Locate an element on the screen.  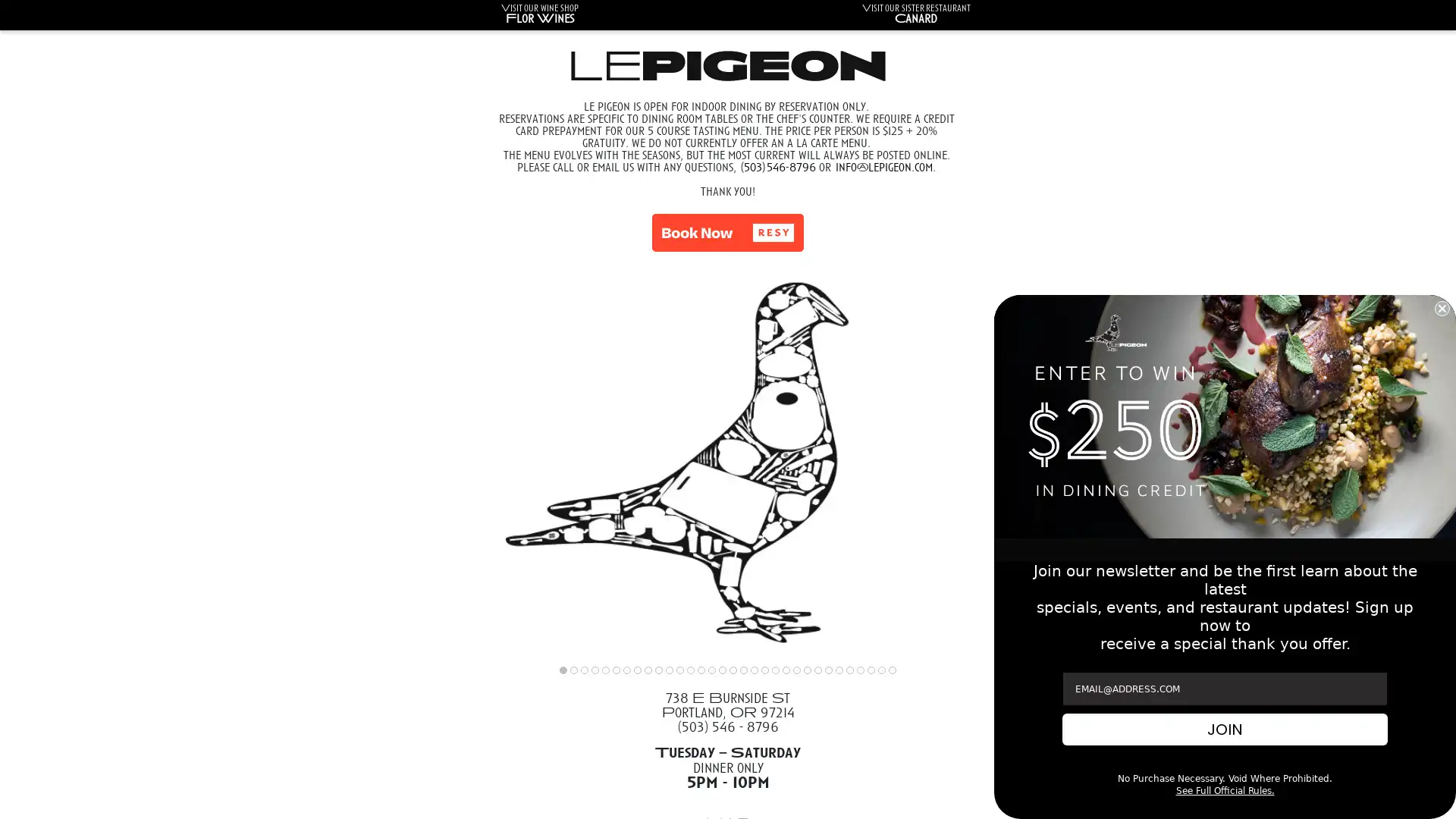
Close form is located at coordinates (1441, 307).